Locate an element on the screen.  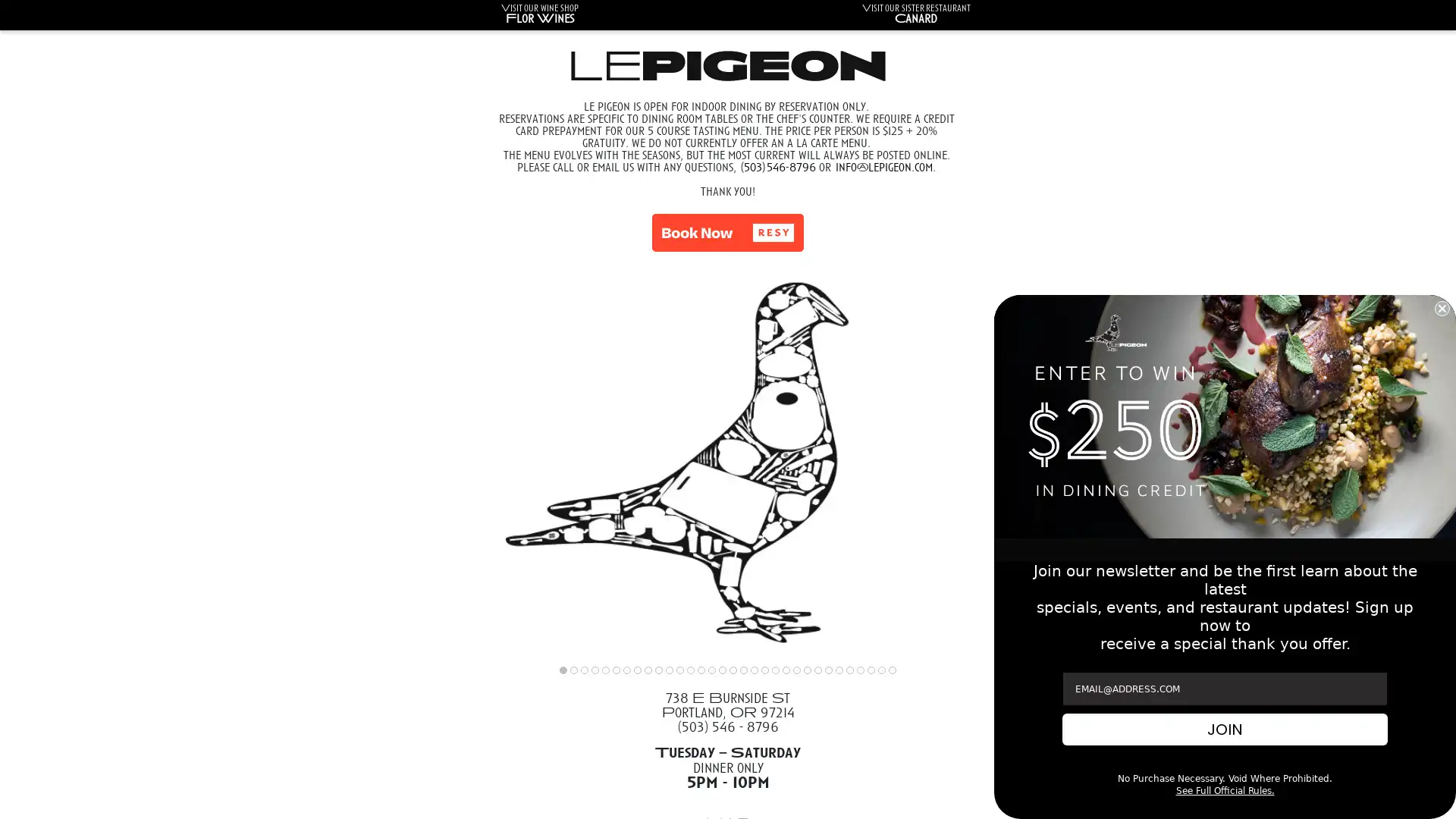
Close form is located at coordinates (1441, 307).